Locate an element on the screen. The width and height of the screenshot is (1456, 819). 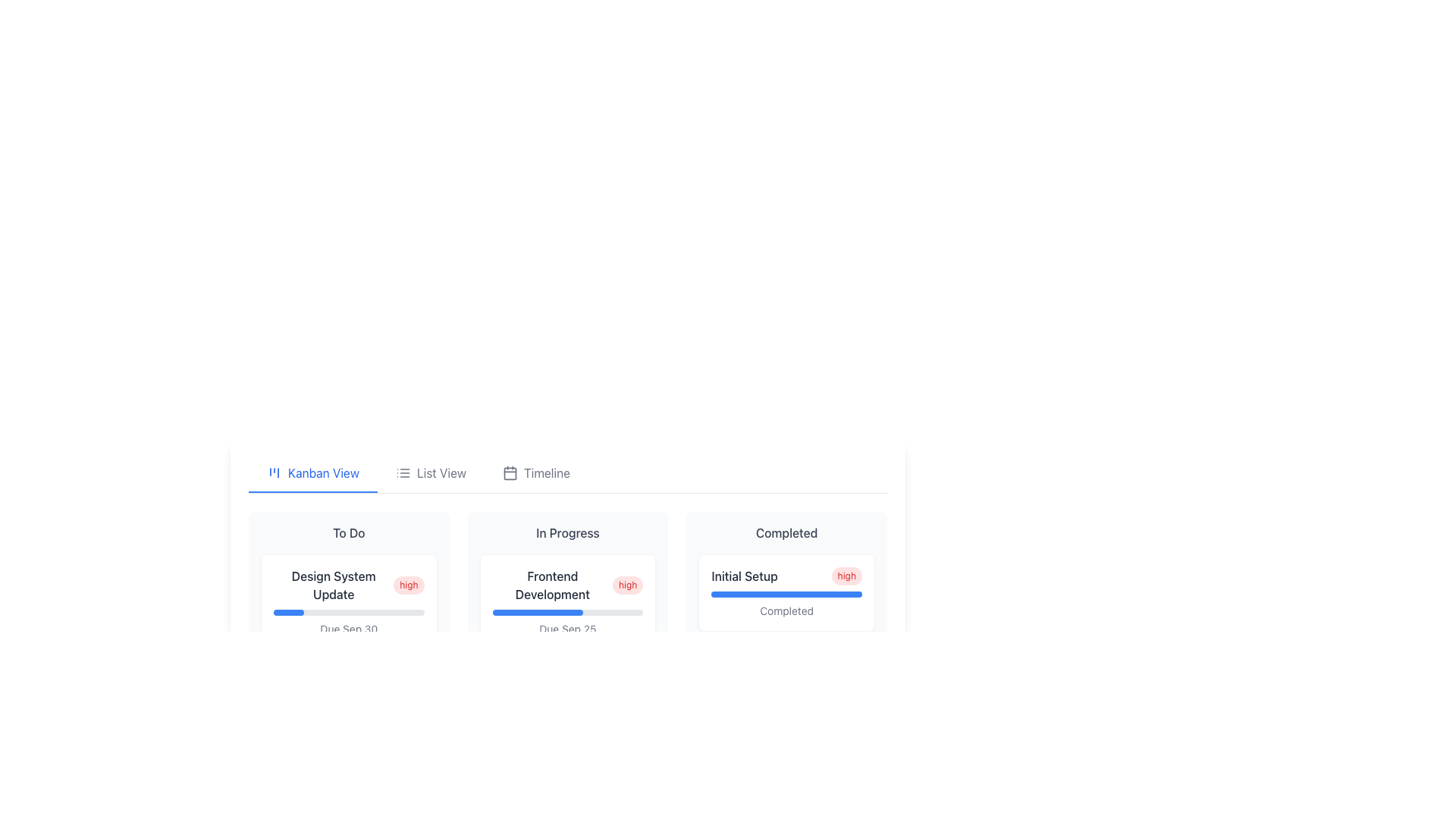
the 'Frontend Development' card element from the 'In Progress' column is located at coordinates (566, 601).